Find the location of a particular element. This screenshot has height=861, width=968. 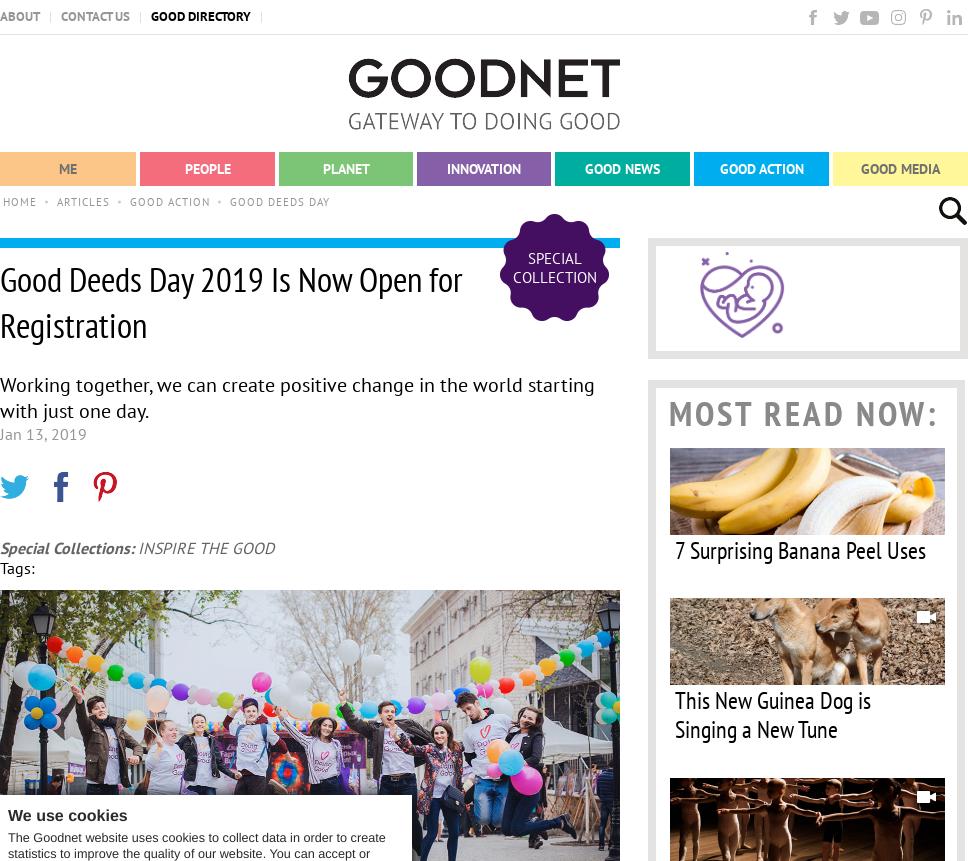

'Sustainability' is located at coordinates (341, 309).